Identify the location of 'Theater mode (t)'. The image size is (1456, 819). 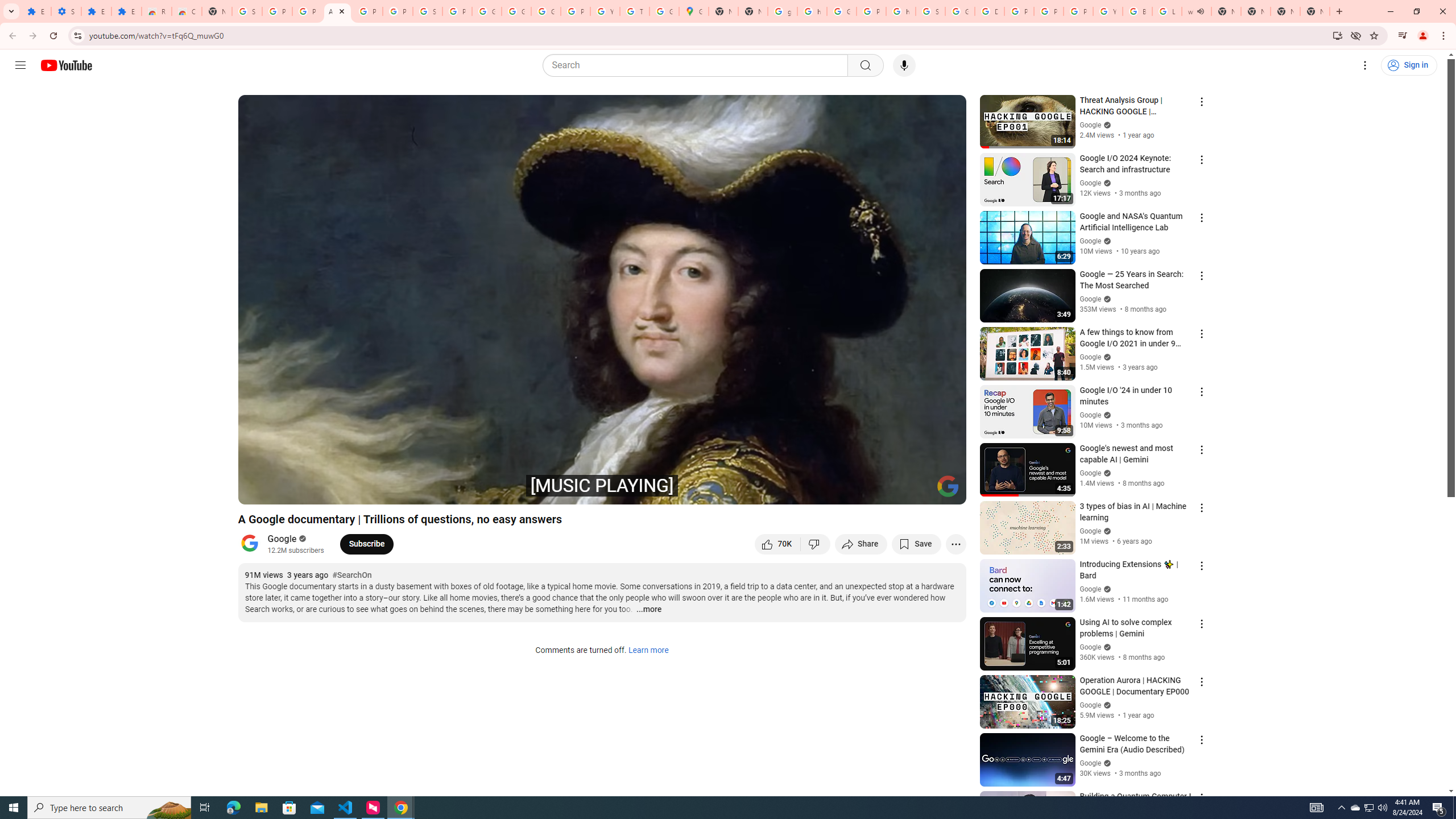
(918, 490).